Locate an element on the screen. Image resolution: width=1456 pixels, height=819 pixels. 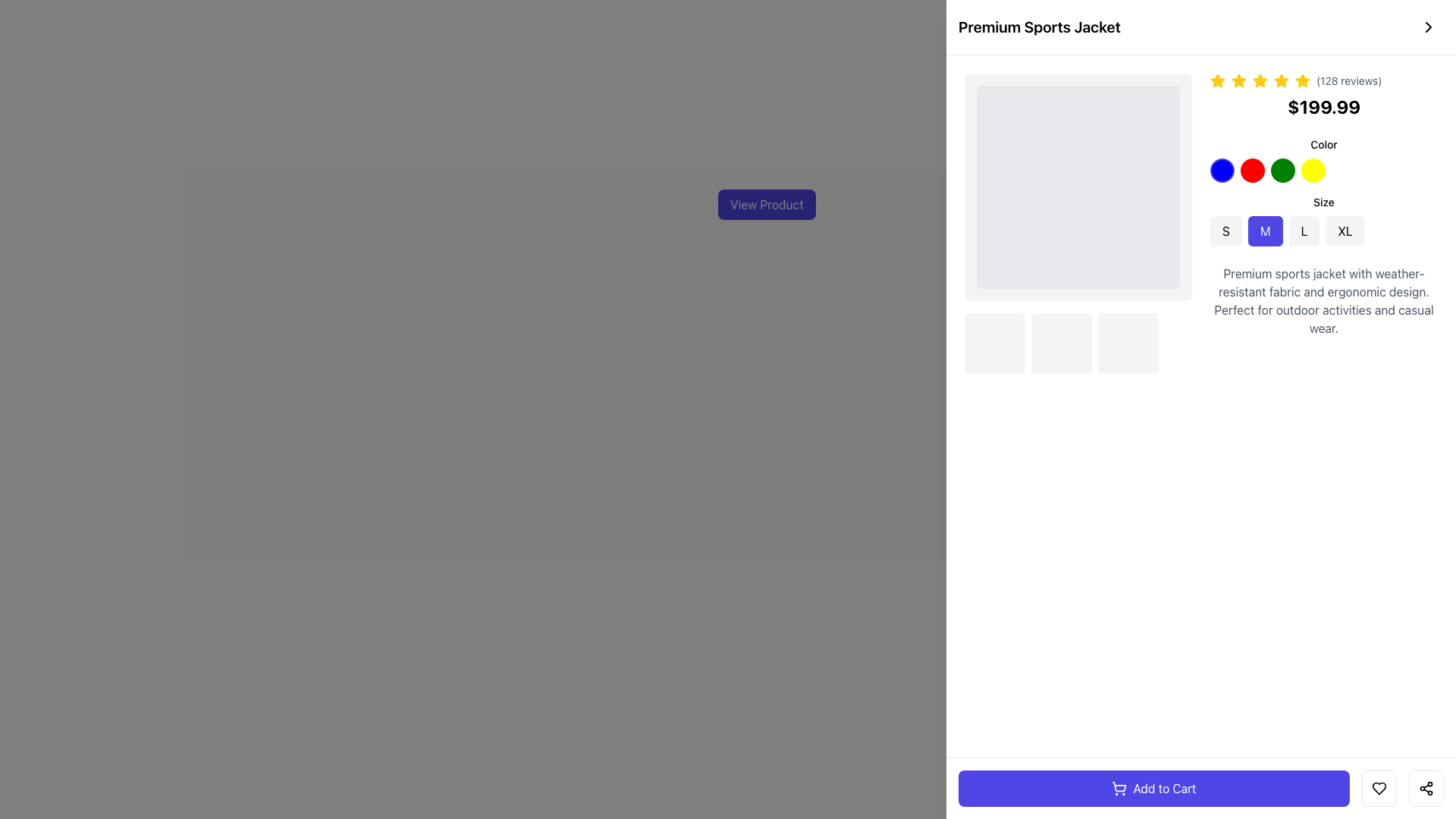
the highlighted yellow circular button, which is the fourth button in the horizontal arrangement under the 'Color' heading is located at coordinates (1323, 170).